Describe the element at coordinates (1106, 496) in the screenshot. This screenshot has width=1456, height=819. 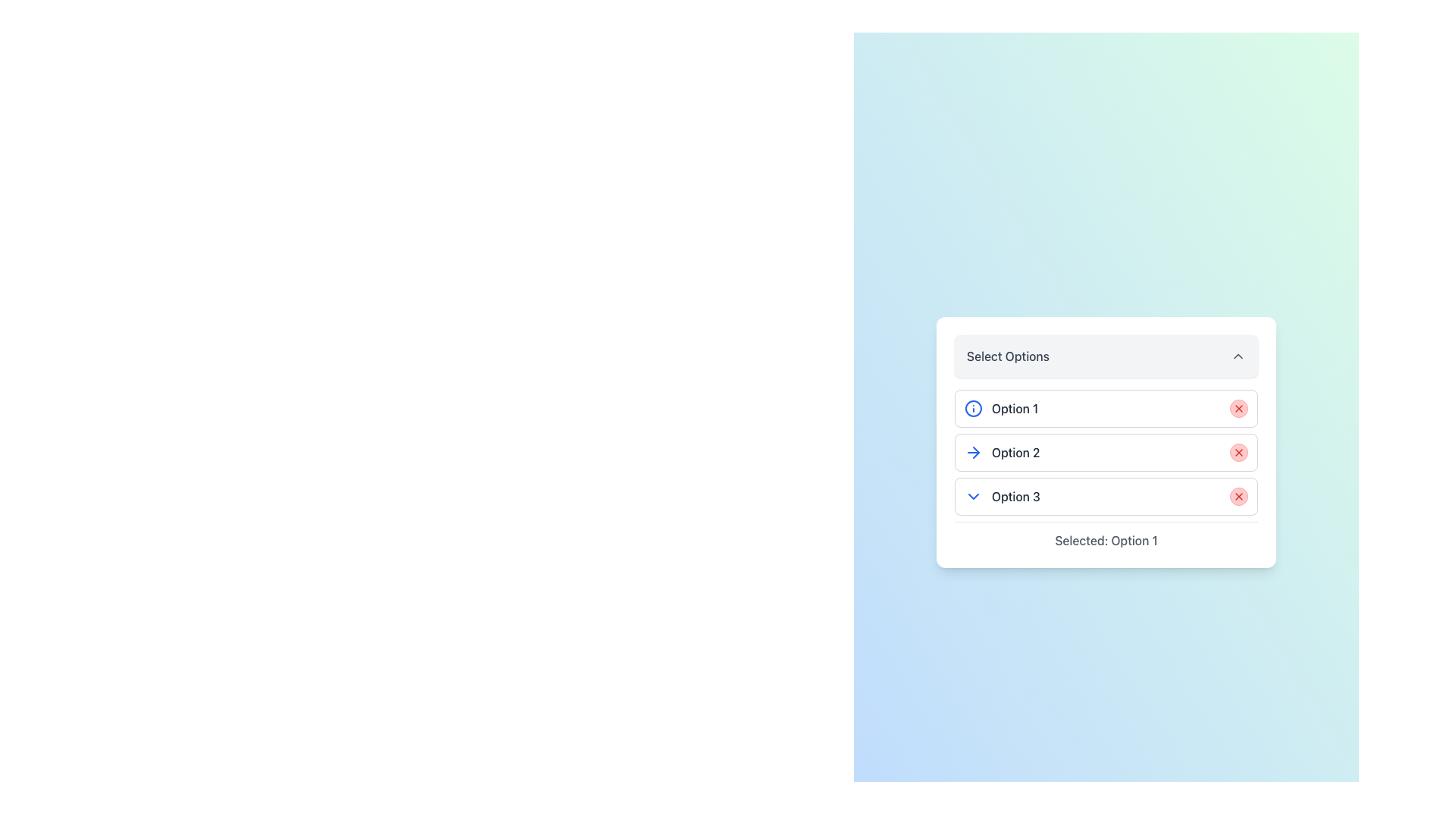
I see `the 'Option 3' list item with interactive controls` at that location.